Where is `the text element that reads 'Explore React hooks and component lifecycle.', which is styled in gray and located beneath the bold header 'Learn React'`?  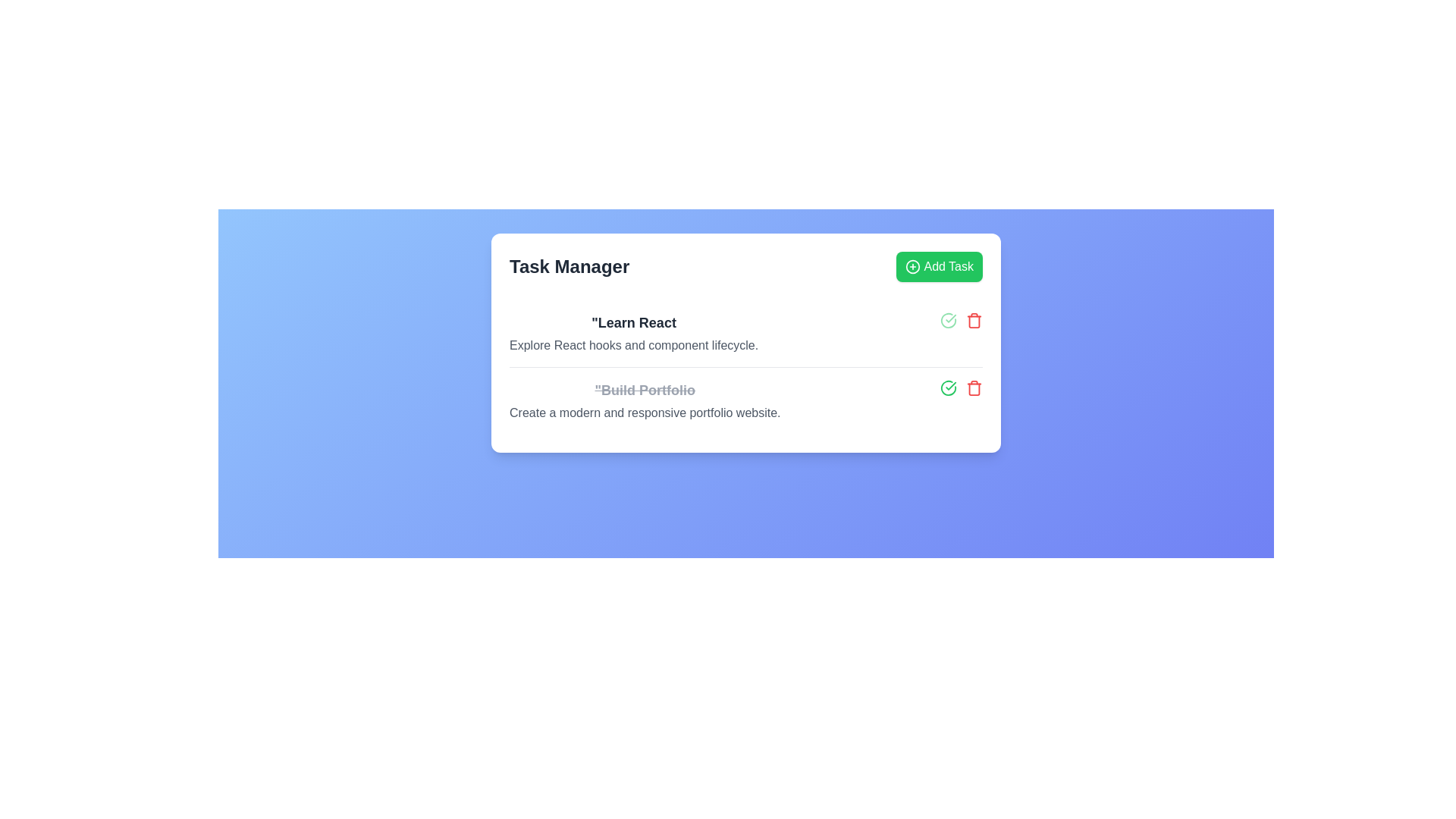 the text element that reads 'Explore React hooks and component lifecycle.', which is styled in gray and located beneath the bold header 'Learn React' is located at coordinates (634, 345).